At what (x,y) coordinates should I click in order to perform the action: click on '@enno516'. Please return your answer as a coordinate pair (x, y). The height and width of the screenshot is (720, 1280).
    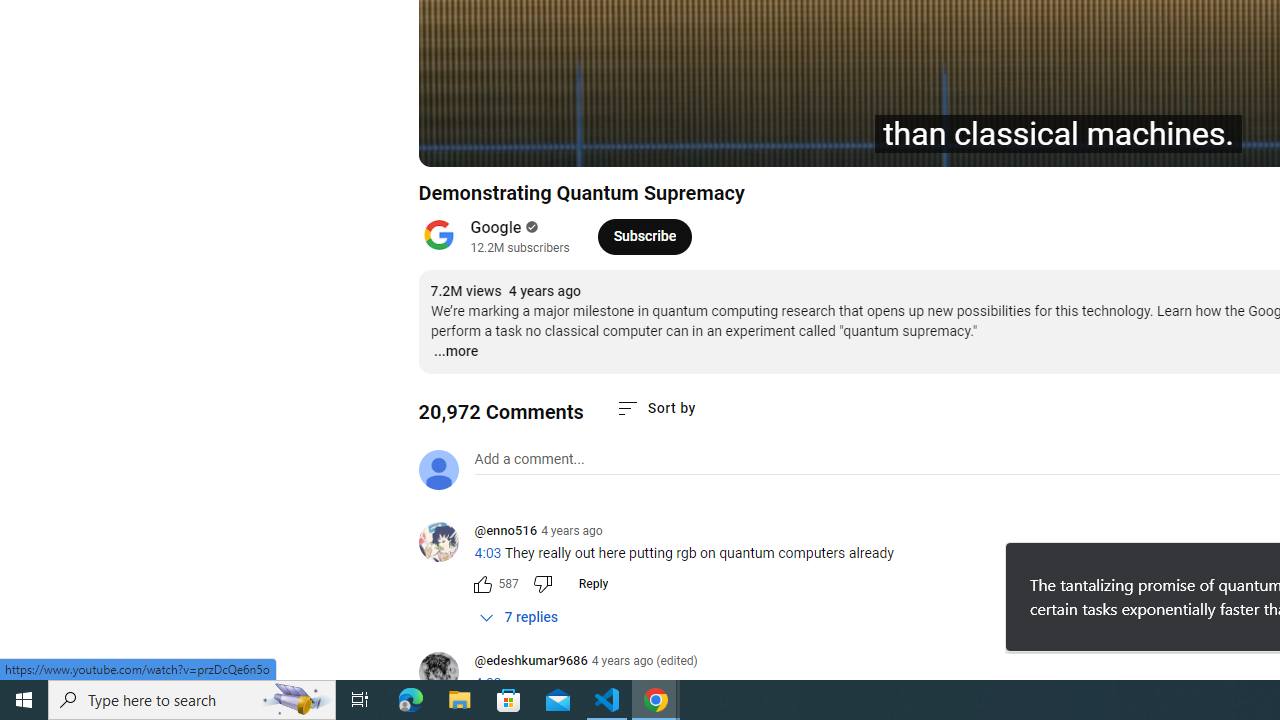
    Looking at the image, I should click on (445, 543).